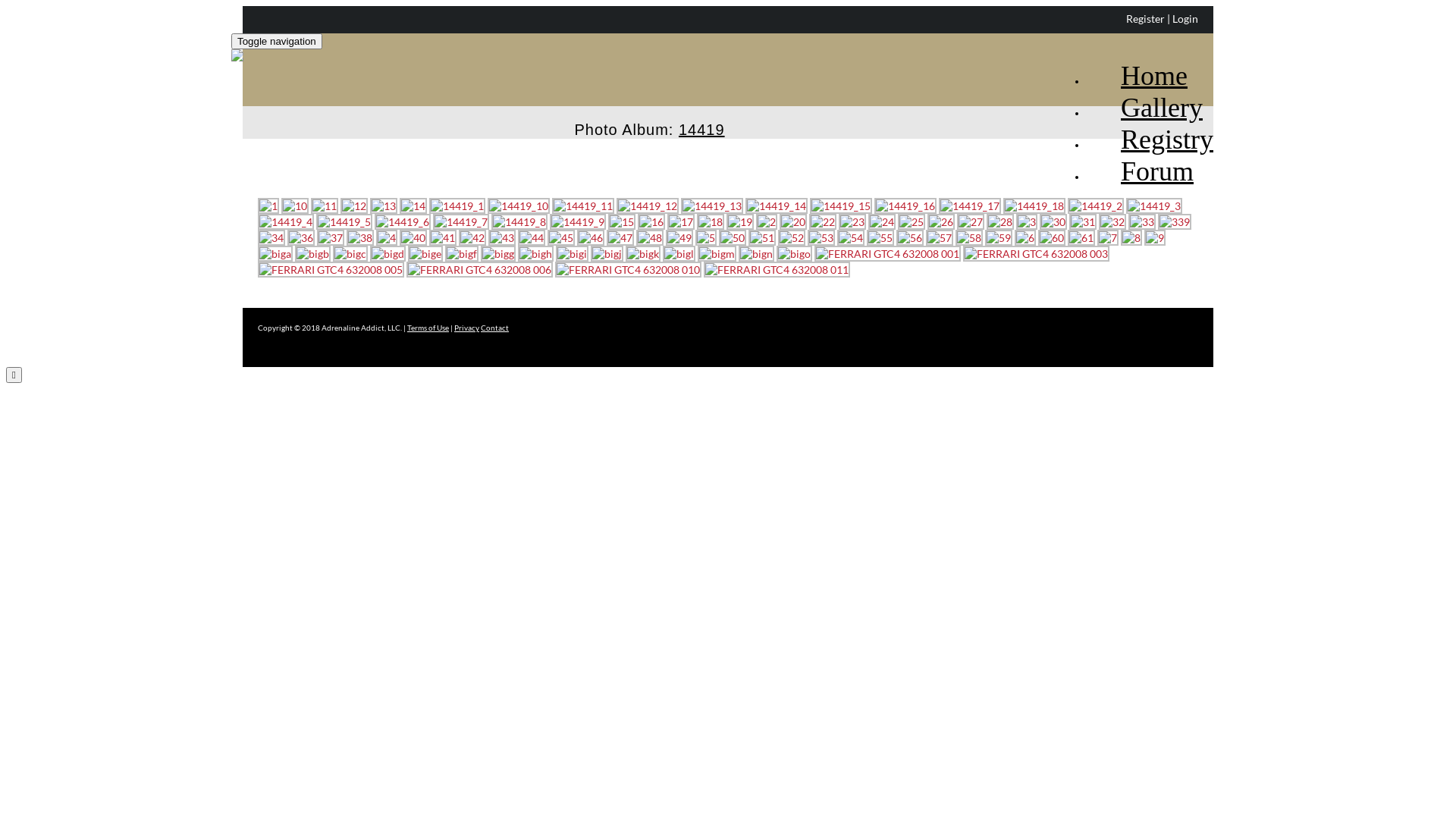 The image size is (1456, 819). I want to click on 'bigc (click to enlarge)', so click(349, 253).